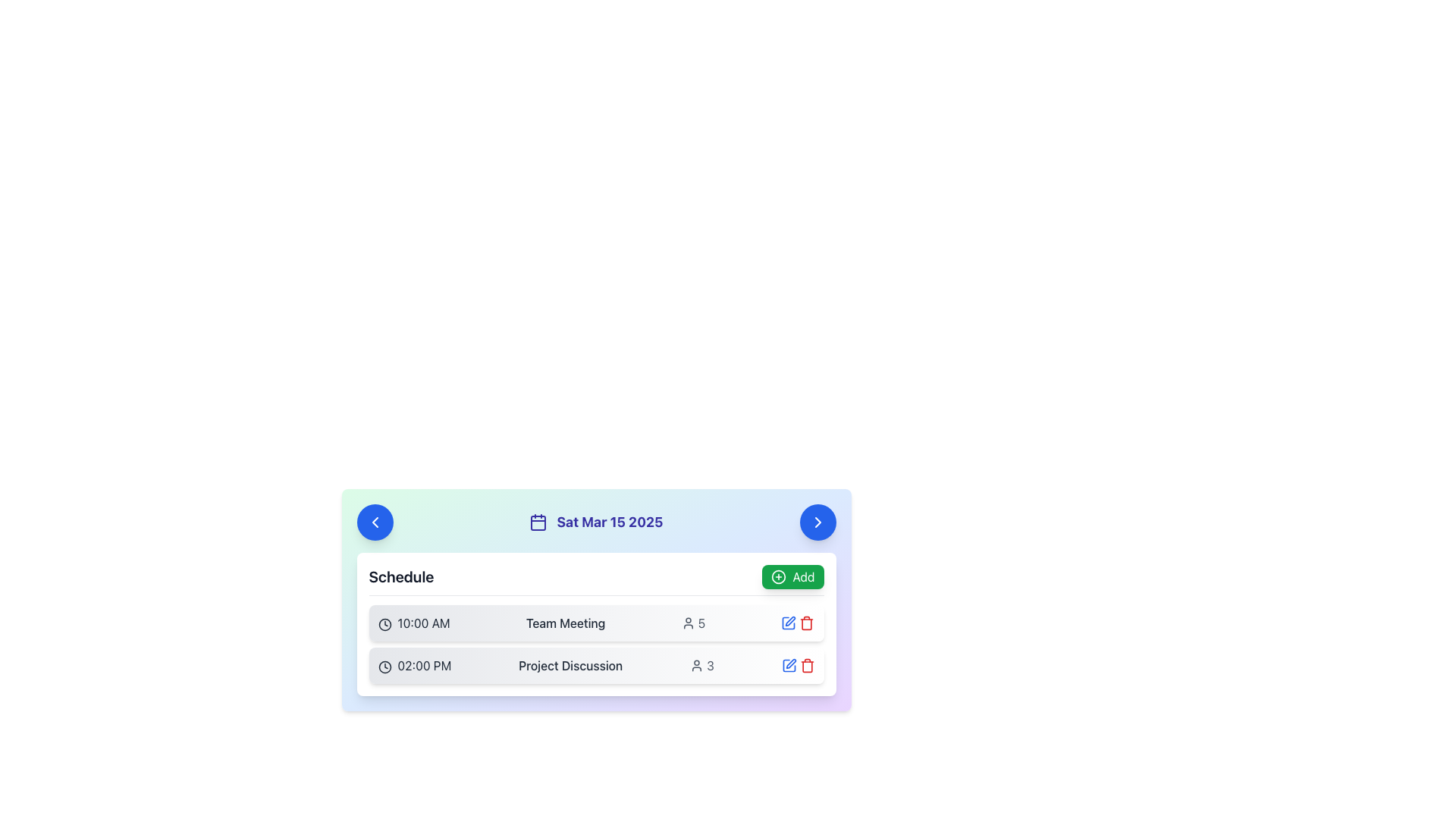 The height and width of the screenshot is (819, 1456). Describe the element at coordinates (401, 576) in the screenshot. I see `the static Text label indicating scheduling-related actions, located at the top-left side of the section, aligned to the left of the 'Add' button` at that location.